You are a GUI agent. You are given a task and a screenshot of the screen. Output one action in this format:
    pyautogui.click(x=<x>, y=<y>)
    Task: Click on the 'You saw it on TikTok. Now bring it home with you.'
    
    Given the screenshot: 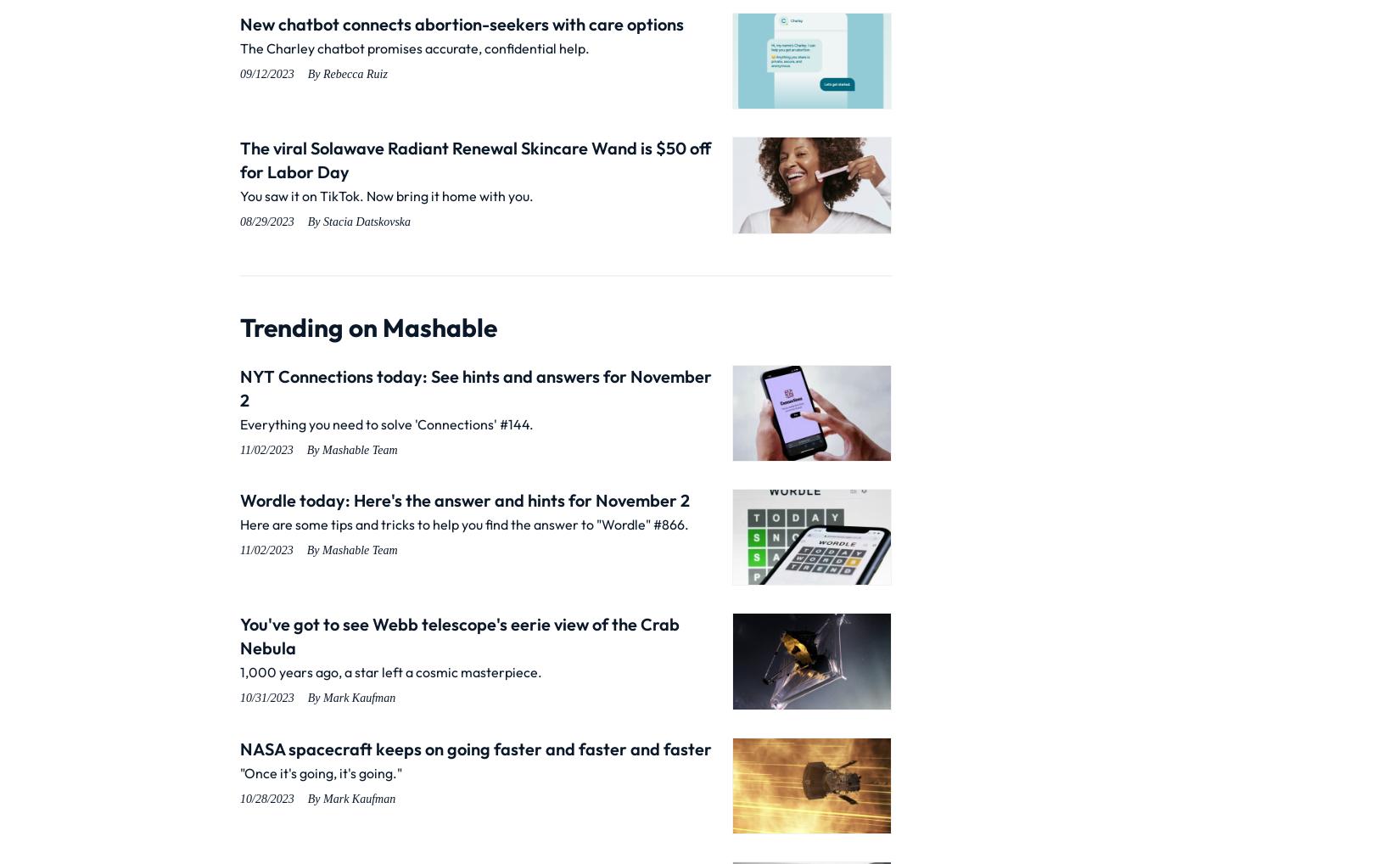 What is the action you would take?
    pyautogui.click(x=239, y=194)
    